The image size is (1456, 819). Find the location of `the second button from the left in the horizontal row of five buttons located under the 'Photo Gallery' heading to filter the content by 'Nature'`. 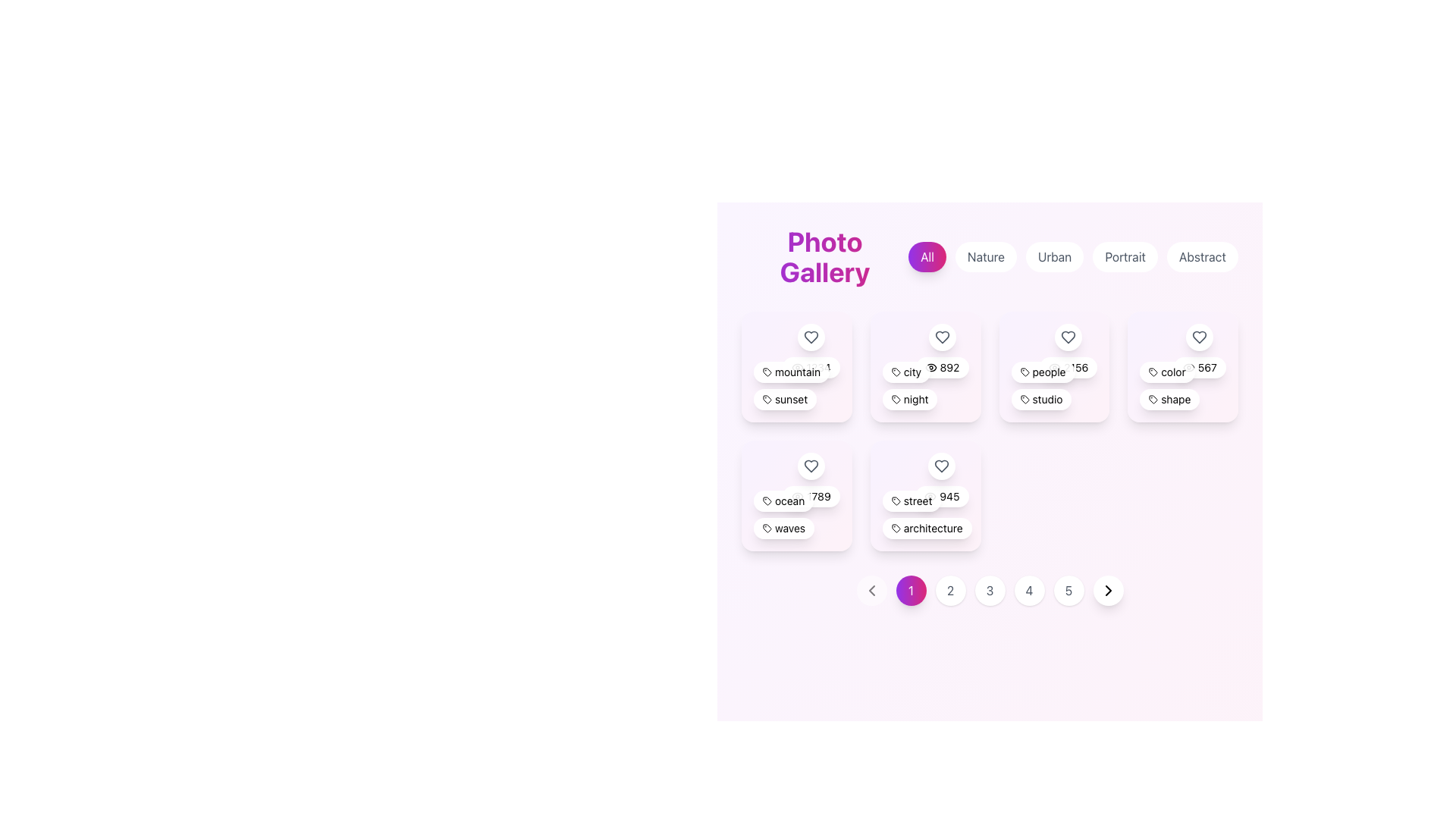

the second button from the left in the horizontal row of five buttons located under the 'Photo Gallery' heading to filter the content by 'Nature' is located at coordinates (986, 256).